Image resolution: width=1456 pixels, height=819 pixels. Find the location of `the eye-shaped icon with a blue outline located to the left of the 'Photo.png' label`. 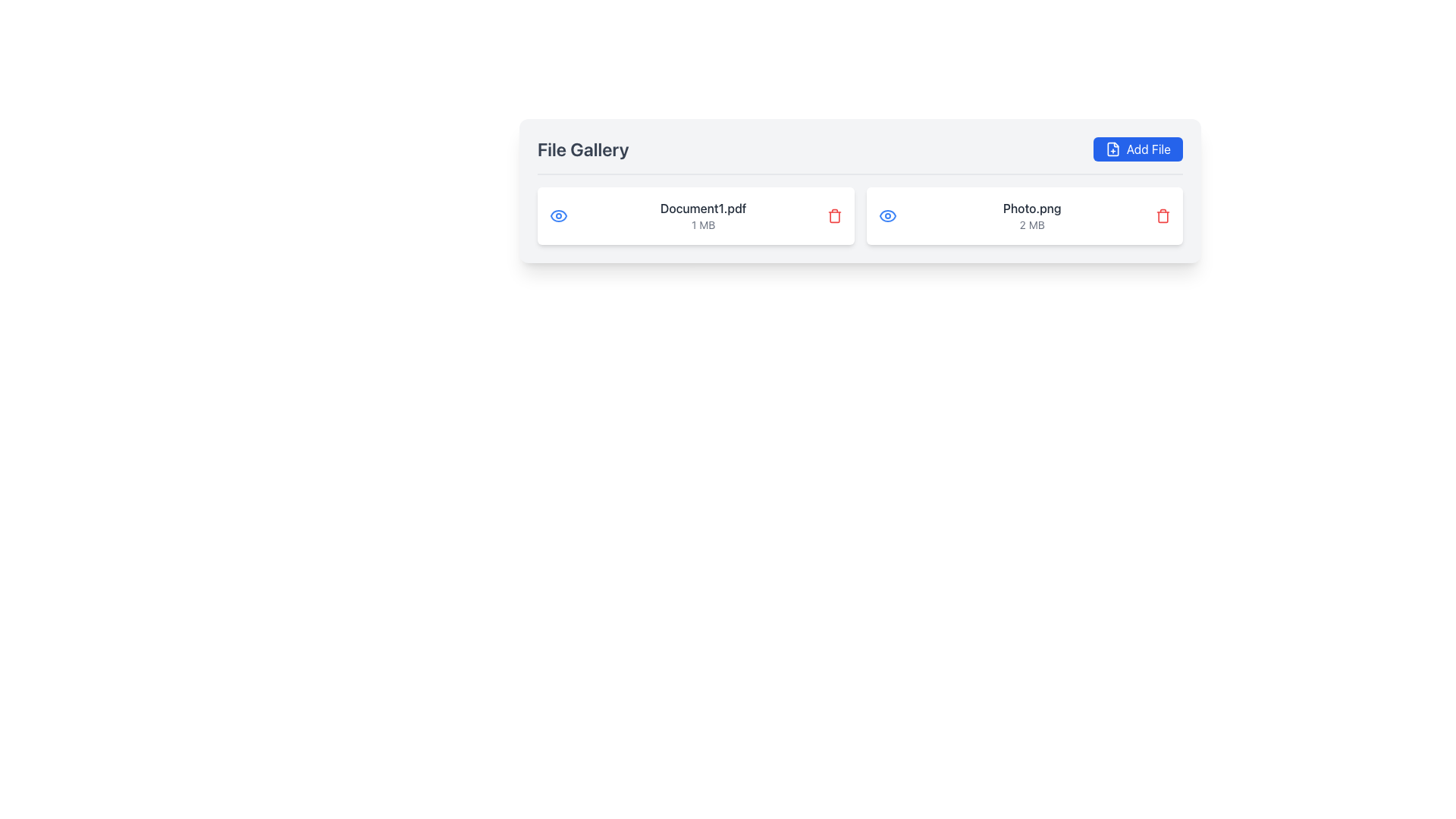

the eye-shaped icon with a blue outline located to the left of the 'Photo.png' label is located at coordinates (887, 216).